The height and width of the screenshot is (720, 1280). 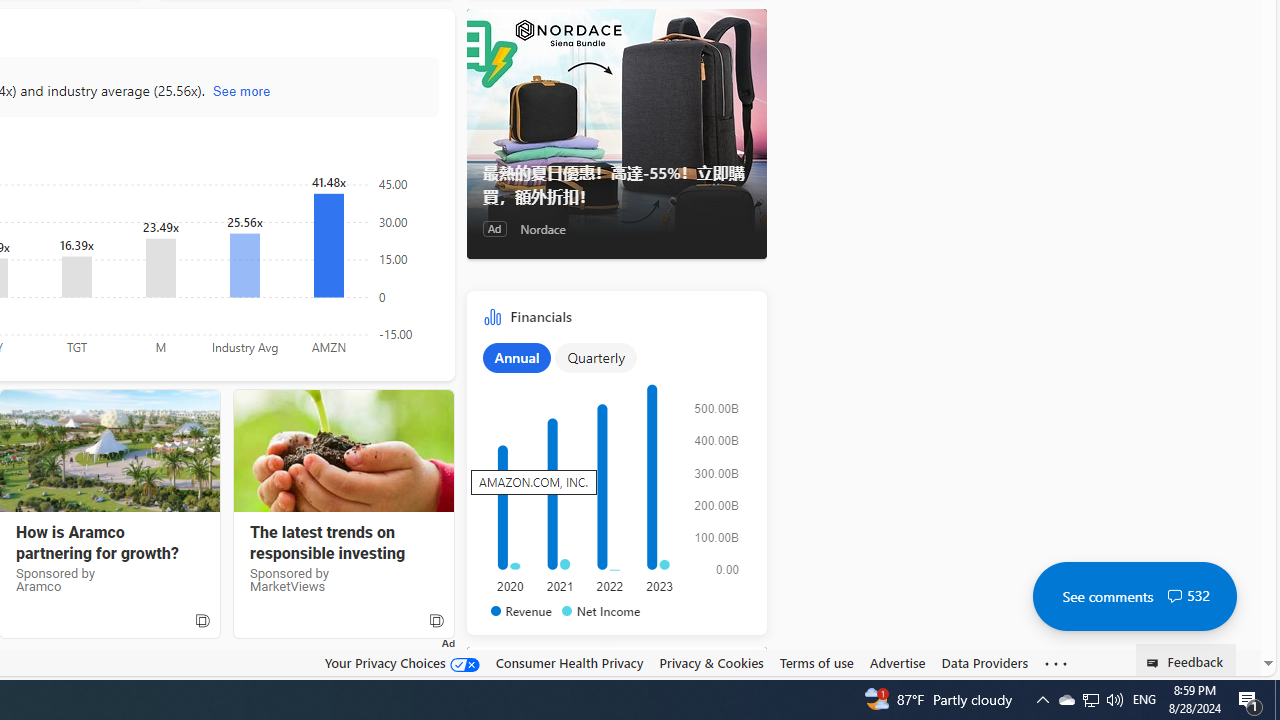 What do you see at coordinates (1134, 595) in the screenshot?
I see `'See comments 532'` at bounding box center [1134, 595].